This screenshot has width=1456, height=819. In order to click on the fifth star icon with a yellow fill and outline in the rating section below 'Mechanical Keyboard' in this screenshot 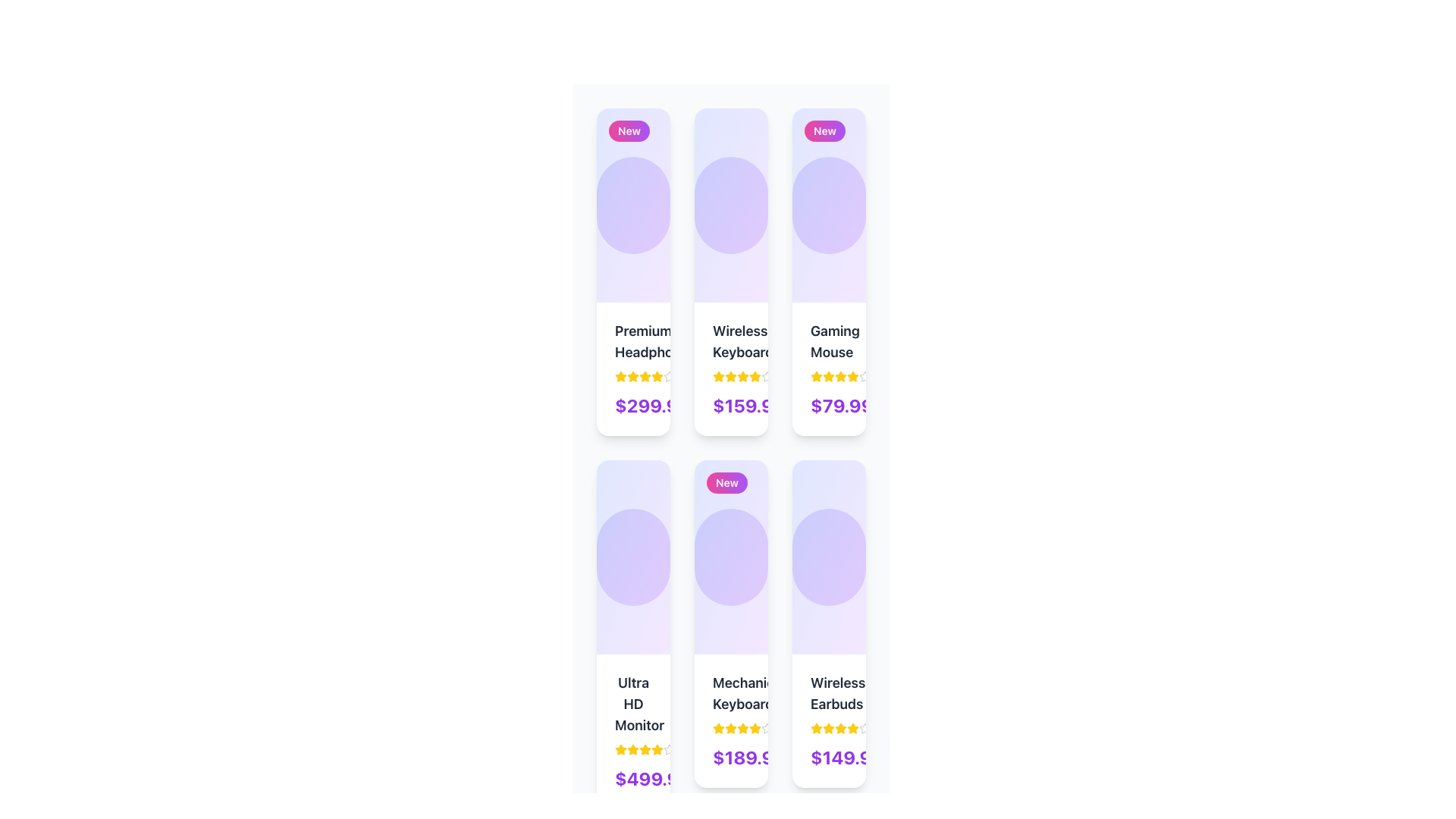, I will do `click(742, 727)`.